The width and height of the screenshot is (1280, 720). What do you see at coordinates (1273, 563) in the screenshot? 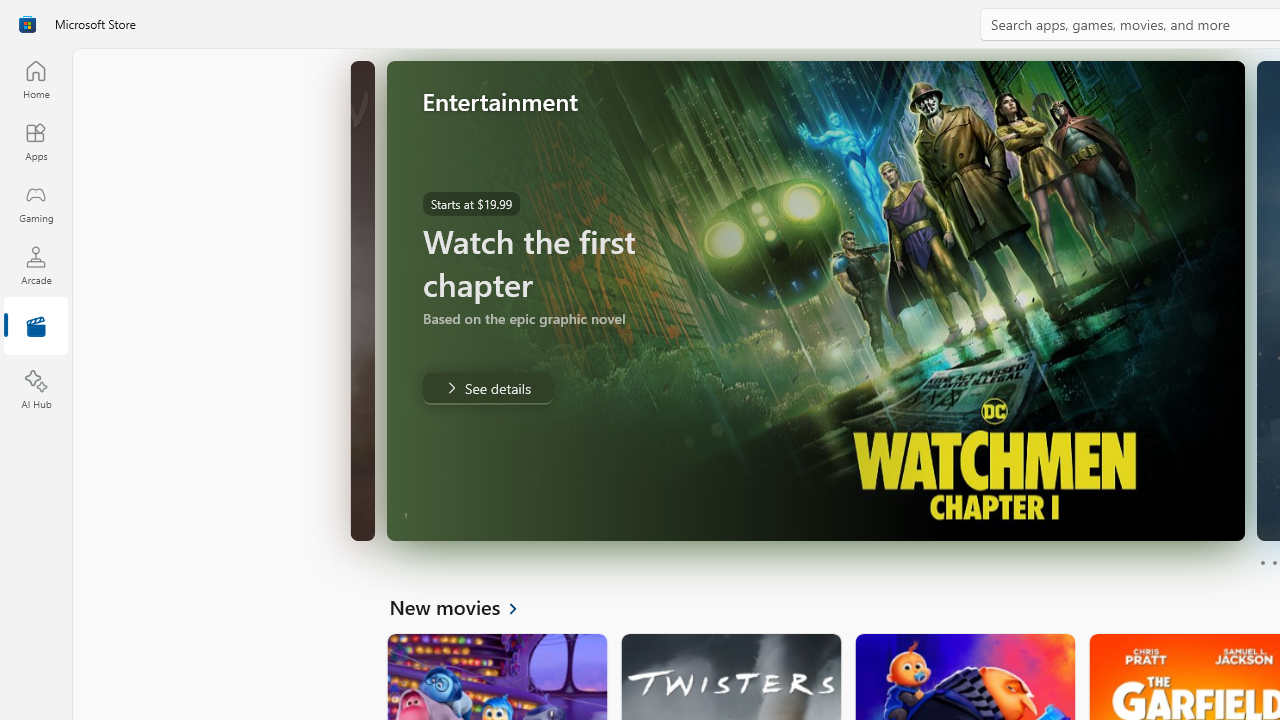
I see `'Page 2'` at bounding box center [1273, 563].